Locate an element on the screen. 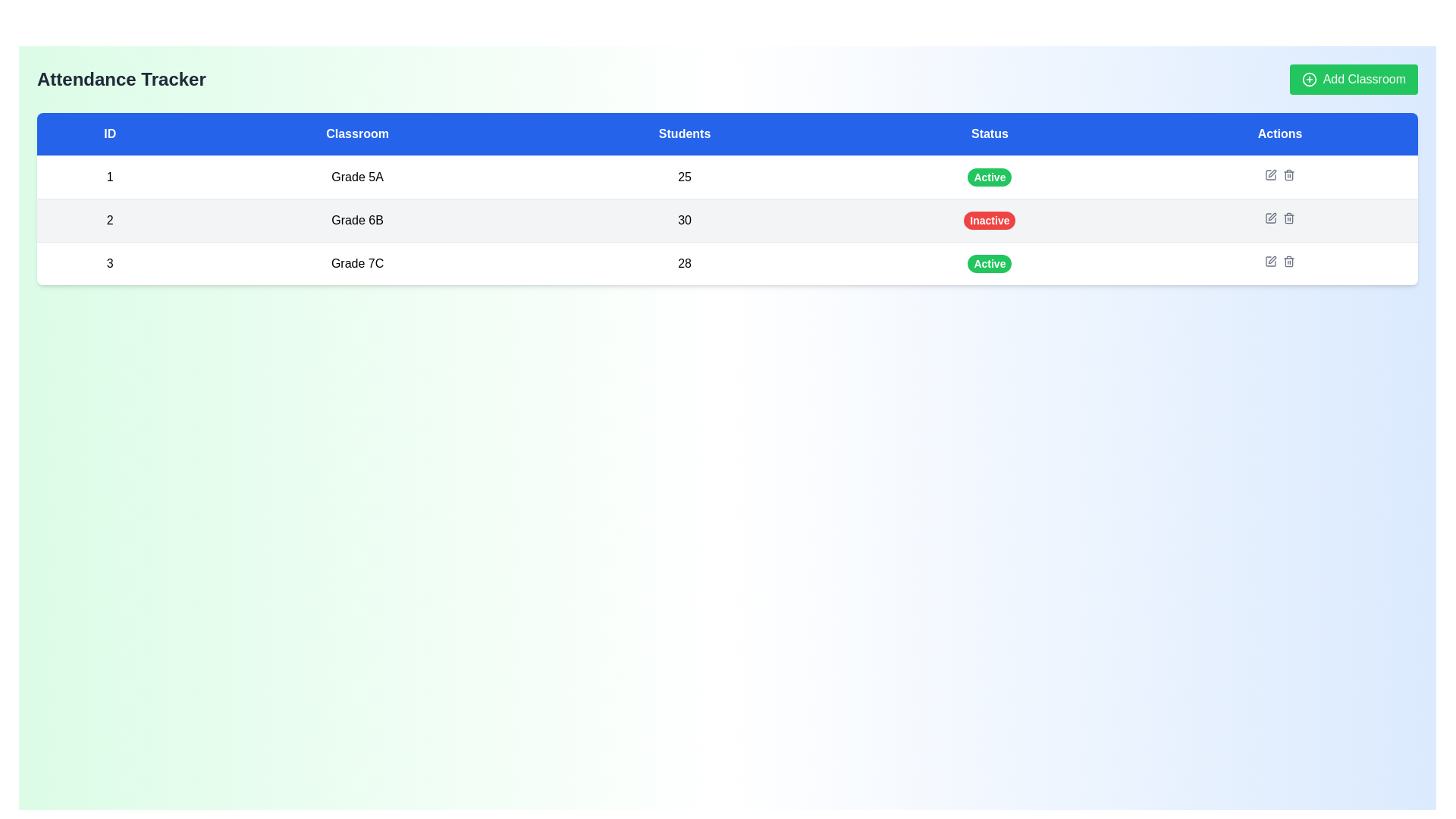 The width and height of the screenshot is (1456, 819). the non-interactive text label indicating 'Grade 5A' located in the second column of the first row of the grid-like table structure is located at coordinates (356, 177).